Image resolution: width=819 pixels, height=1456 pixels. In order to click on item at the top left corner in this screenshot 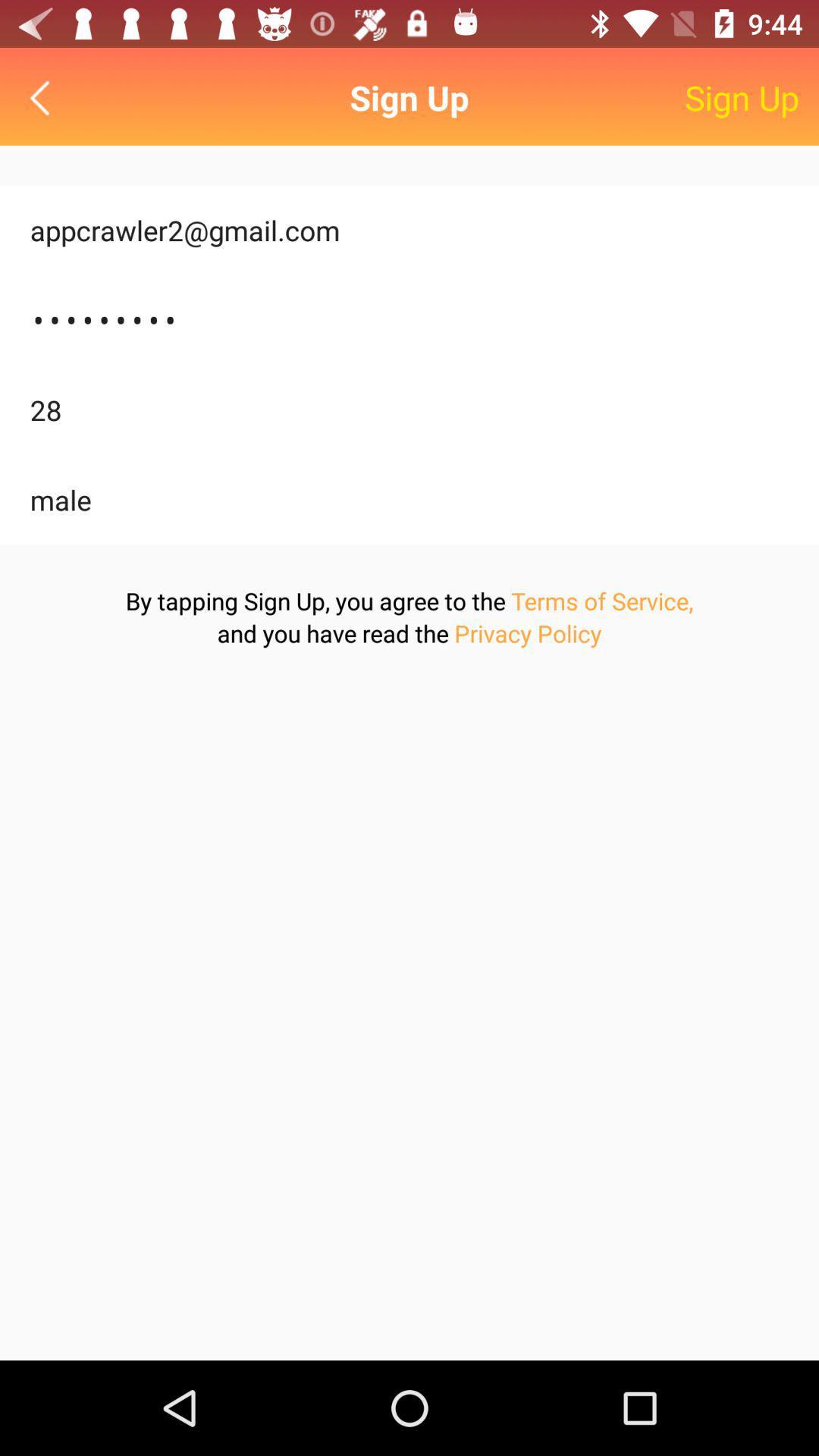, I will do `click(42, 97)`.